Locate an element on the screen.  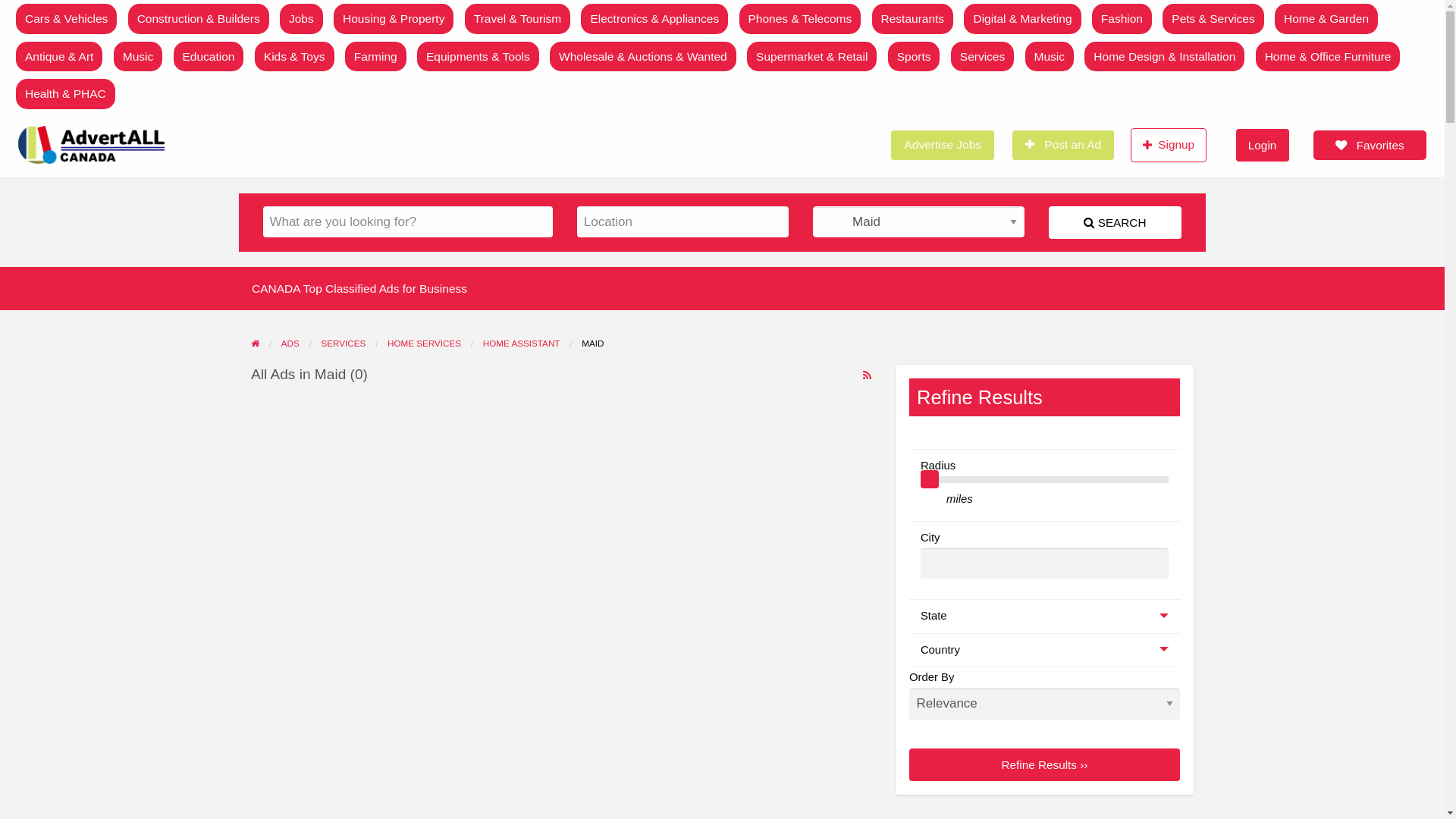
'Jobs' is located at coordinates (301, 18).